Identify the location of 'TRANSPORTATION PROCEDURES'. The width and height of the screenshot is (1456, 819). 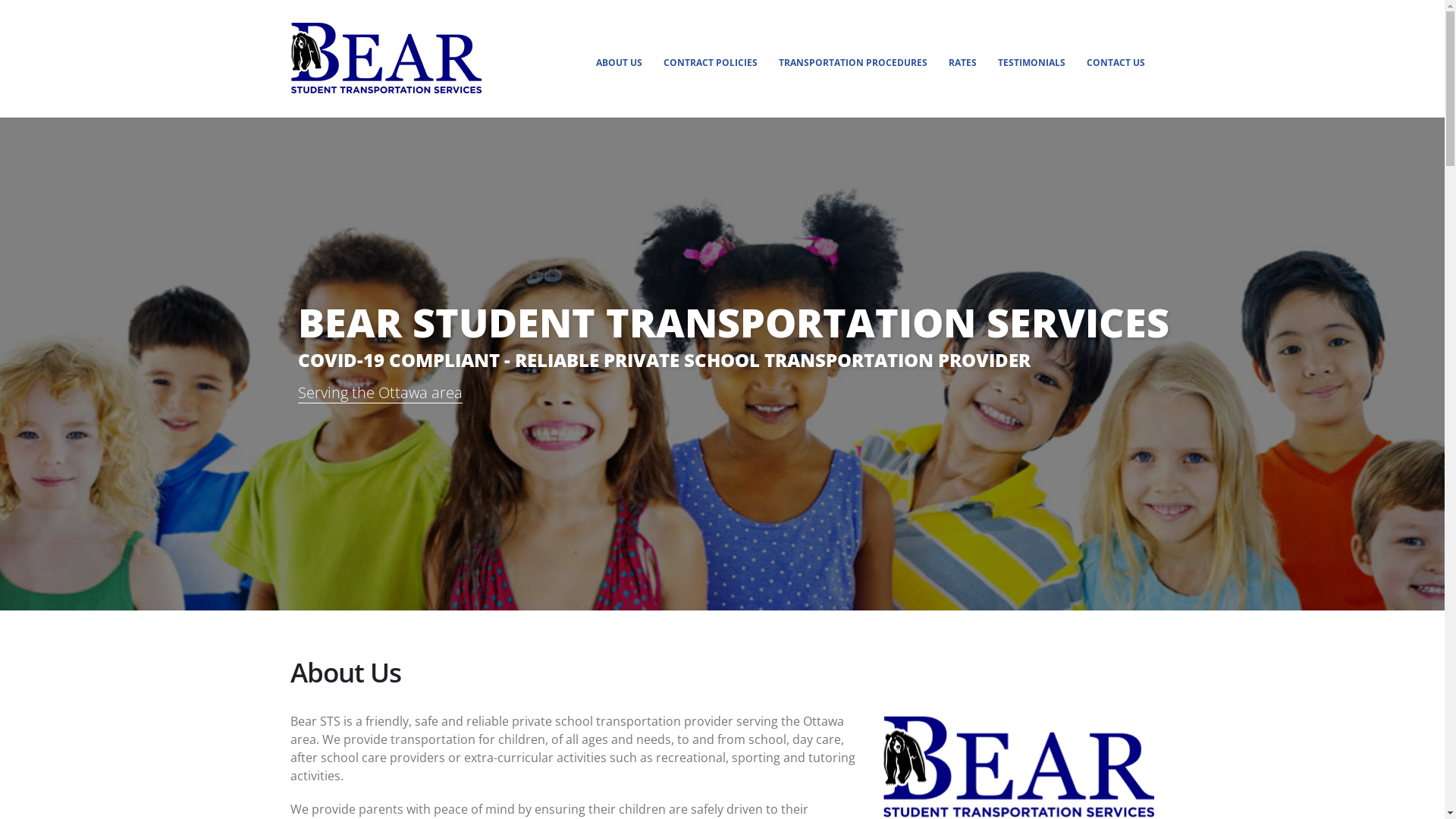
(852, 62).